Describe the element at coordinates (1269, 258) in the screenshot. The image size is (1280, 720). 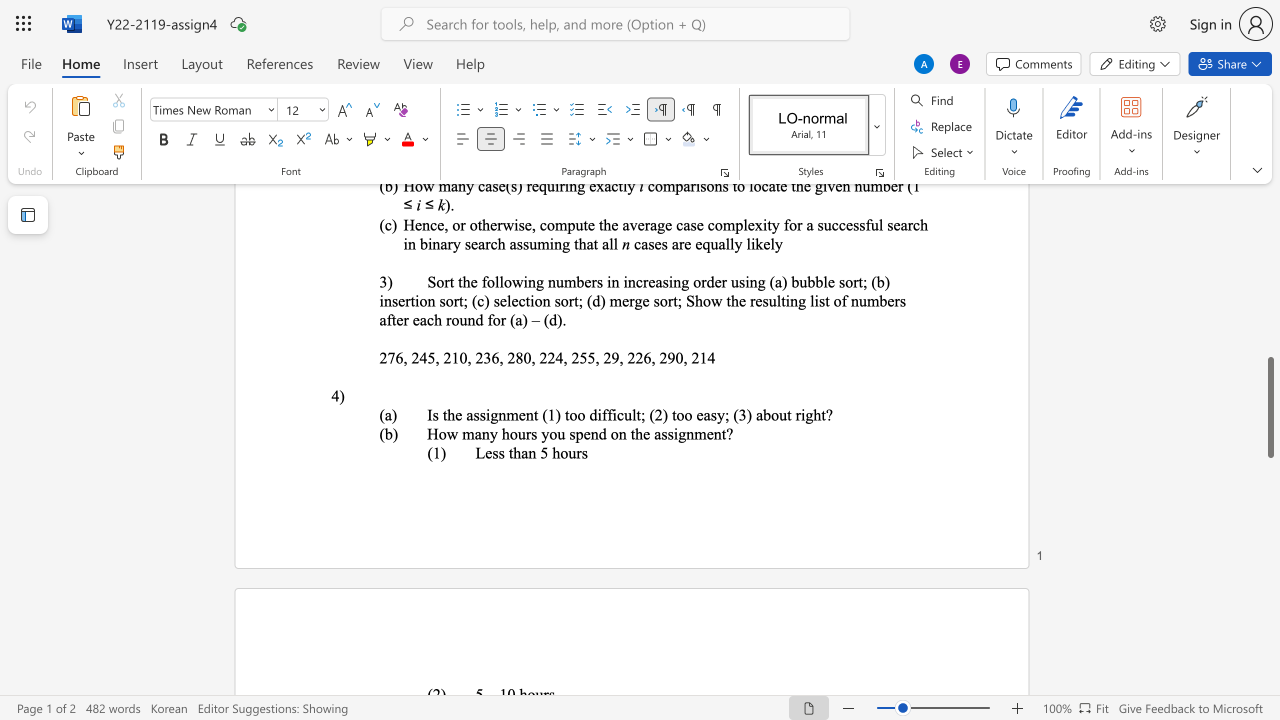
I see `the scrollbar to scroll upward` at that location.